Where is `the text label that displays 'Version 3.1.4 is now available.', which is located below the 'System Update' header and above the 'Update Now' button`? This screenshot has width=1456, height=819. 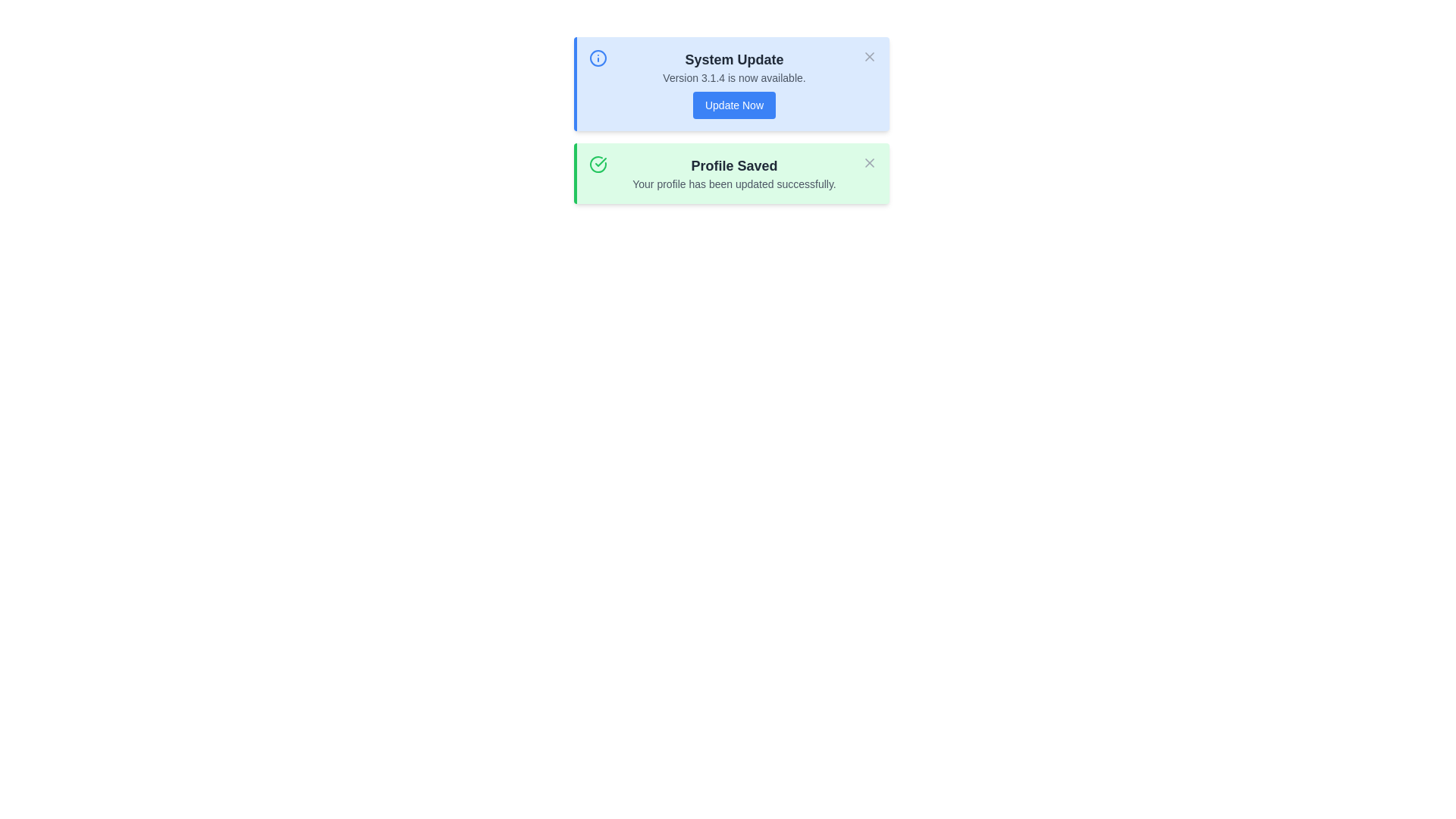 the text label that displays 'Version 3.1.4 is now available.', which is located below the 'System Update' header and above the 'Update Now' button is located at coordinates (734, 78).